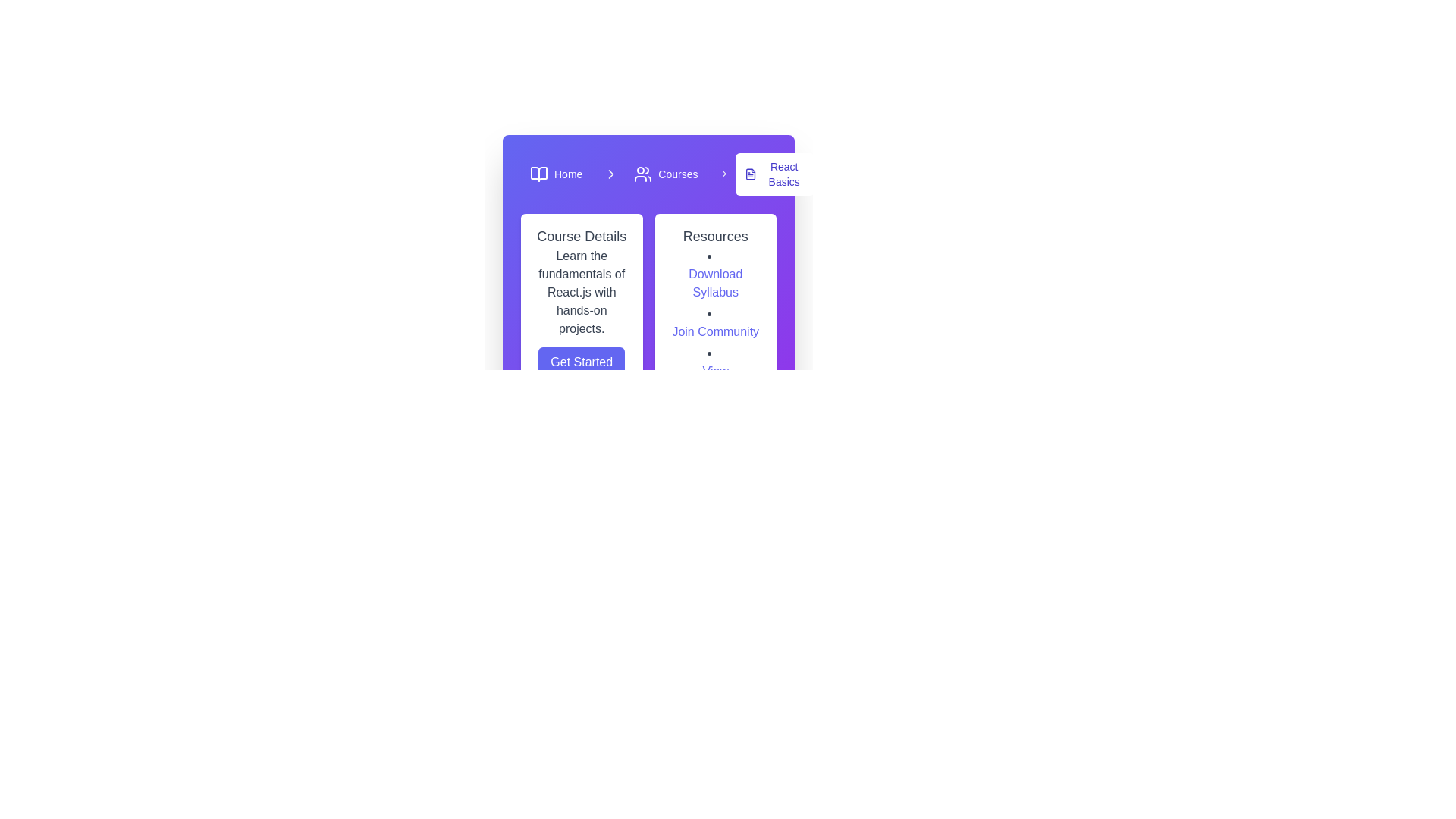 The width and height of the screenshot is (1456, 819). I want to click on the hyperlink located in the 'Resources' section, which is the second item in the vertical list of links, so click(714, 322).